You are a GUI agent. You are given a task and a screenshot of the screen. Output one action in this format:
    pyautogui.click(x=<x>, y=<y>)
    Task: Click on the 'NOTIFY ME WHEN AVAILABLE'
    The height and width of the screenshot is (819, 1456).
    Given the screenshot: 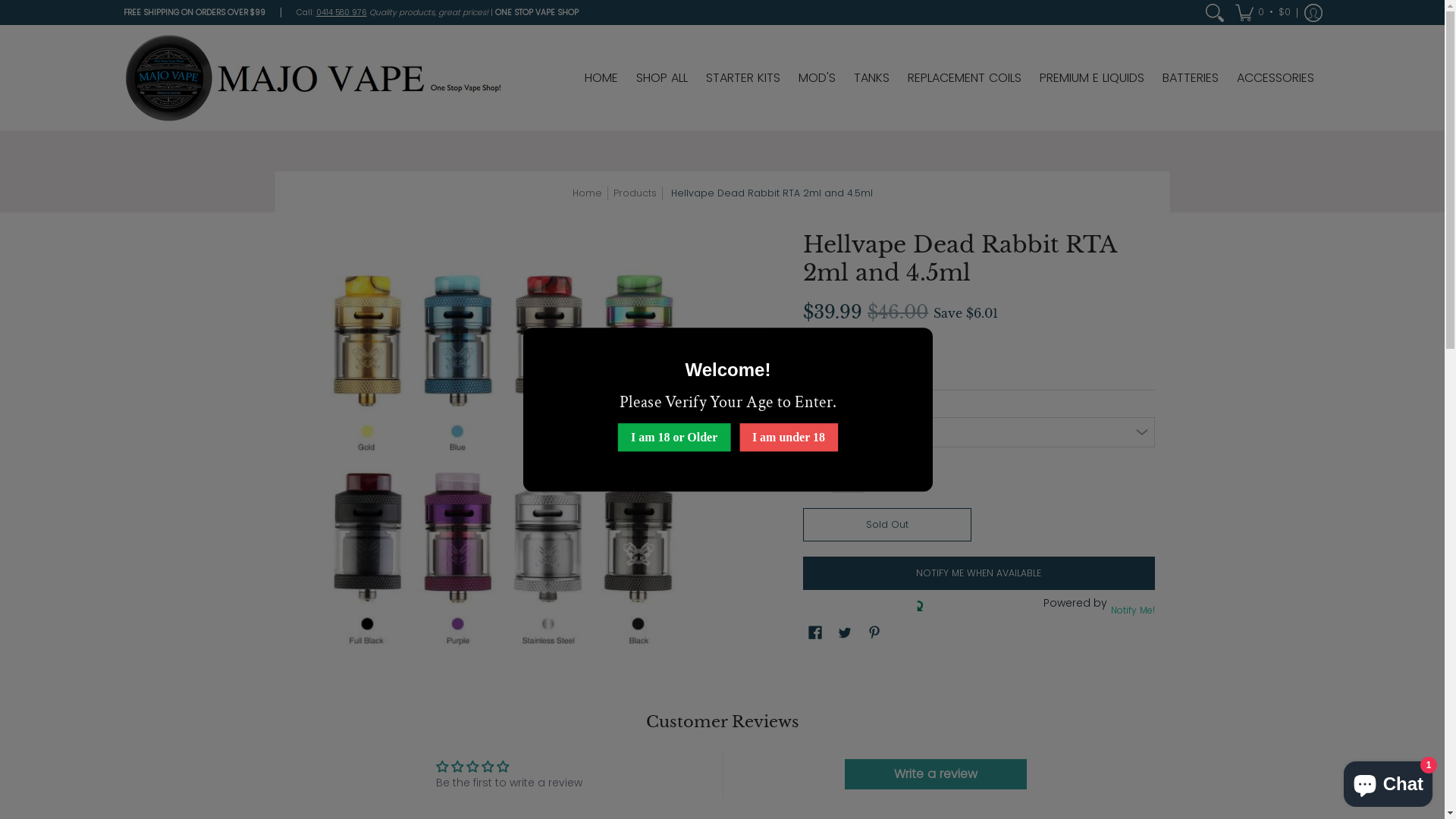 What is the action you would take?
    pyautogui.click(x=978, y=573)
    